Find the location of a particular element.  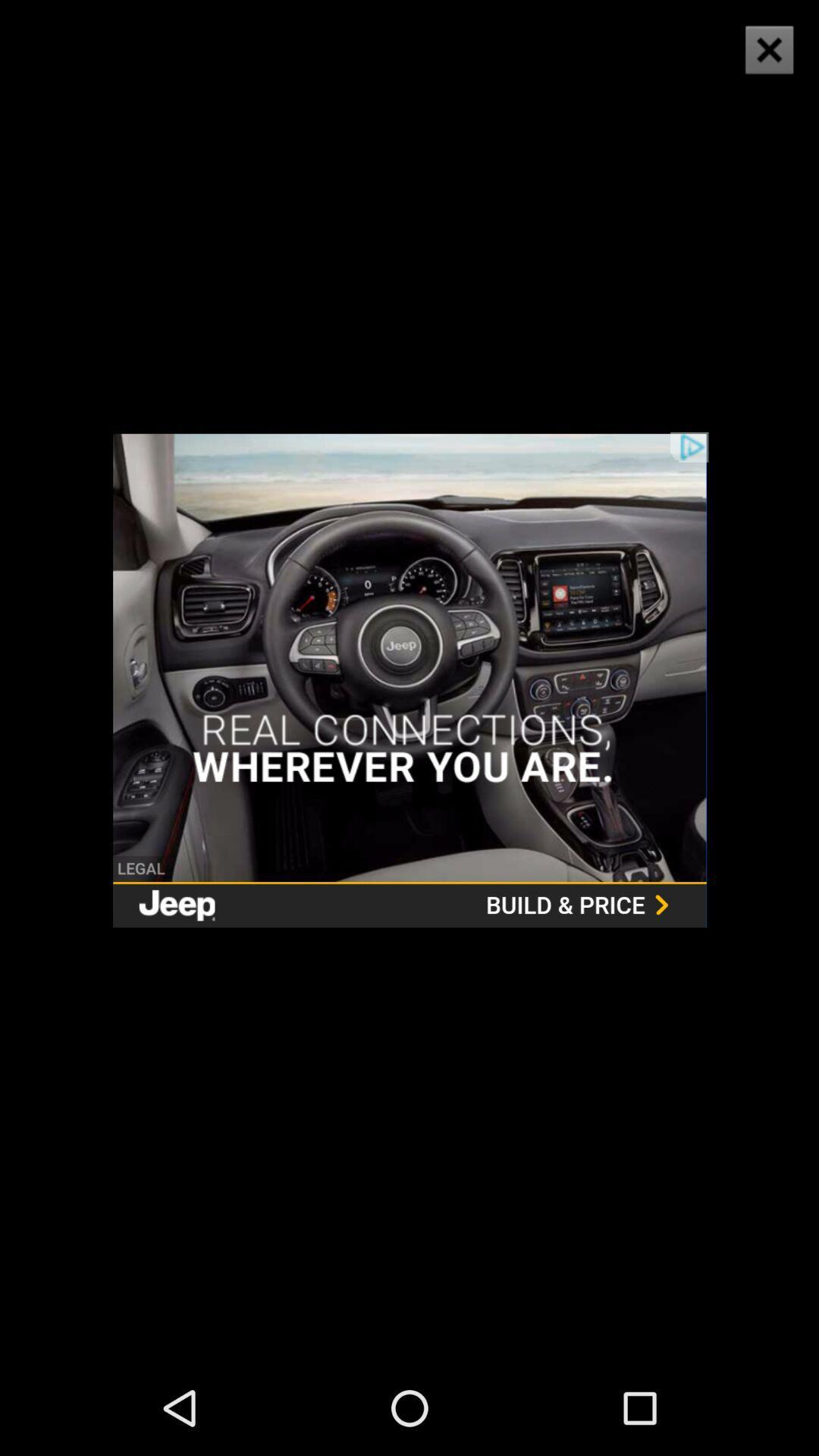

the icon at the top right corner is located at coordinates (769, 49).